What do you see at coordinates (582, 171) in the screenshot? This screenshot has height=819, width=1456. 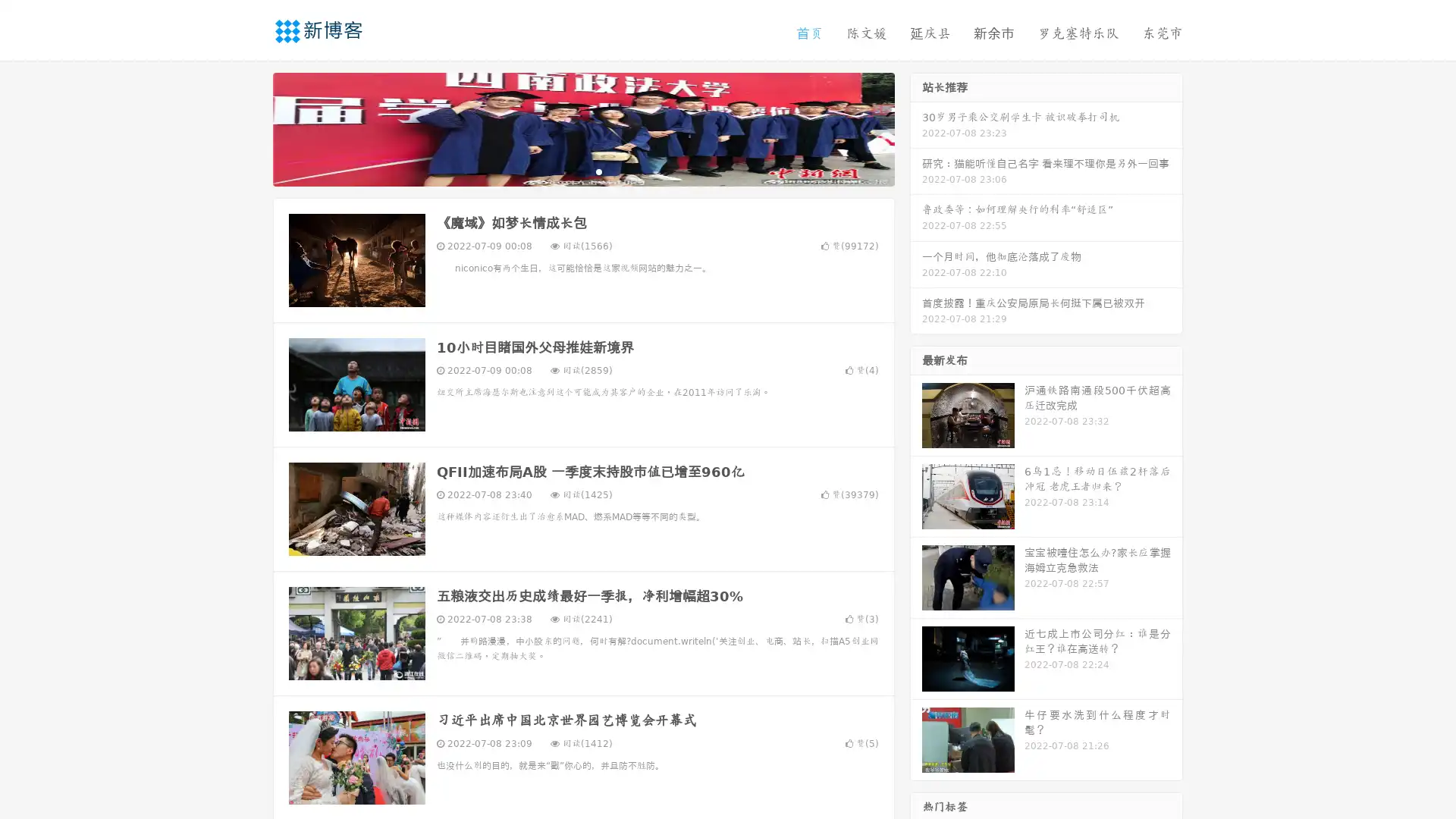 I see `Go to slide 2` at bounding box center [582, 171].